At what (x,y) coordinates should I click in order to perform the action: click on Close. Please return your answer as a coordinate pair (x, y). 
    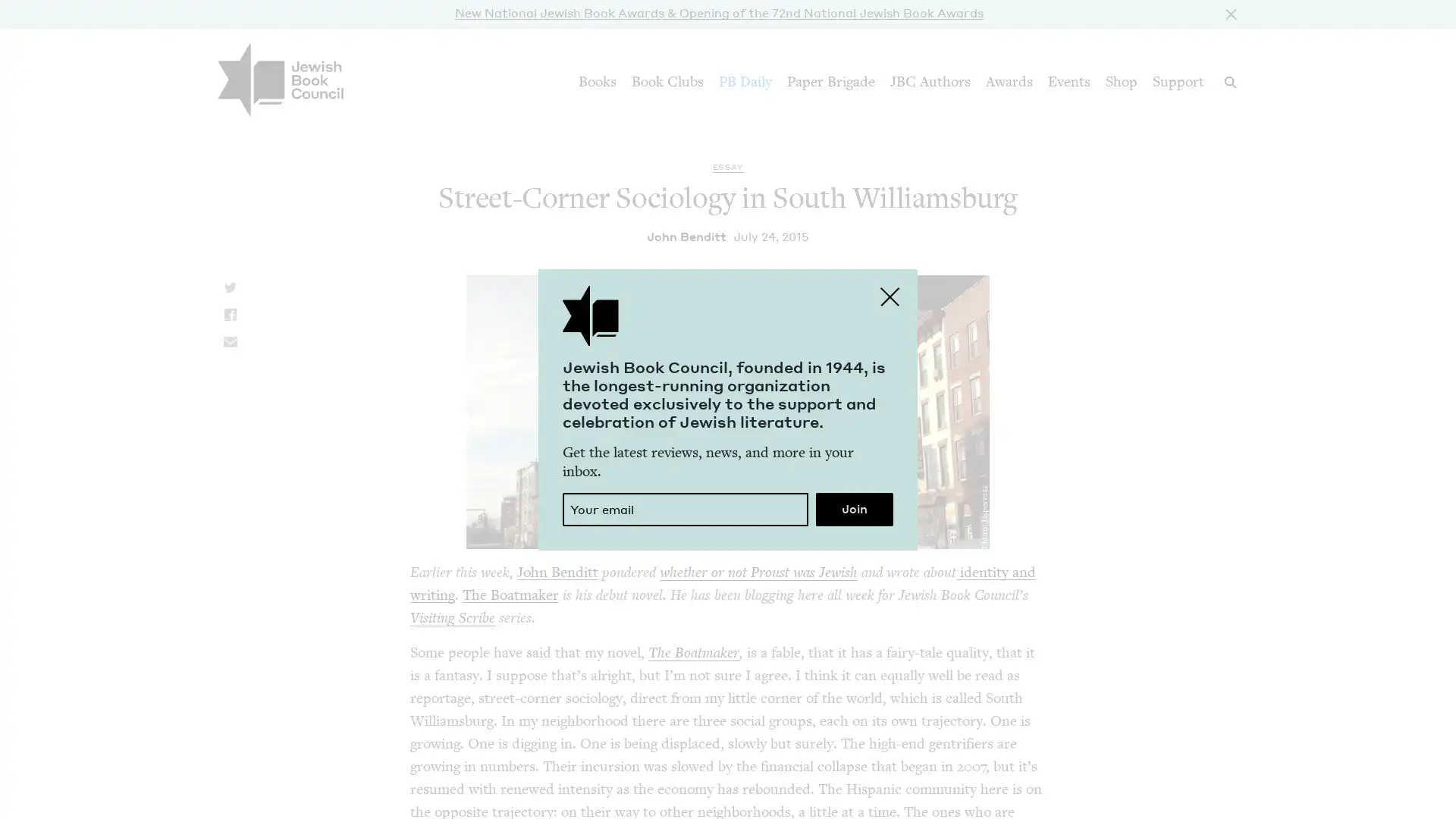
    Looking at the image, I should click on (890, 295).